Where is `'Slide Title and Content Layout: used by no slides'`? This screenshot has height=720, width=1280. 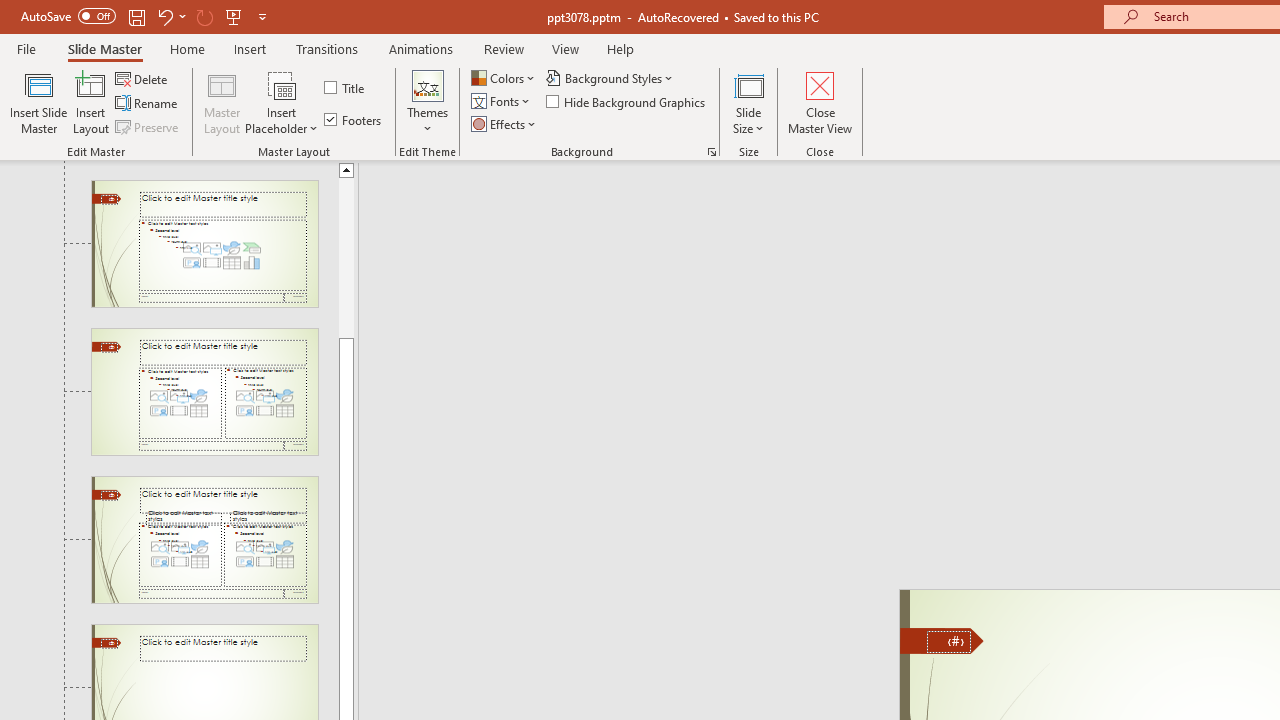 'Slide Title and Content Layout: used by no slides' is located at coordinates (204, 242).